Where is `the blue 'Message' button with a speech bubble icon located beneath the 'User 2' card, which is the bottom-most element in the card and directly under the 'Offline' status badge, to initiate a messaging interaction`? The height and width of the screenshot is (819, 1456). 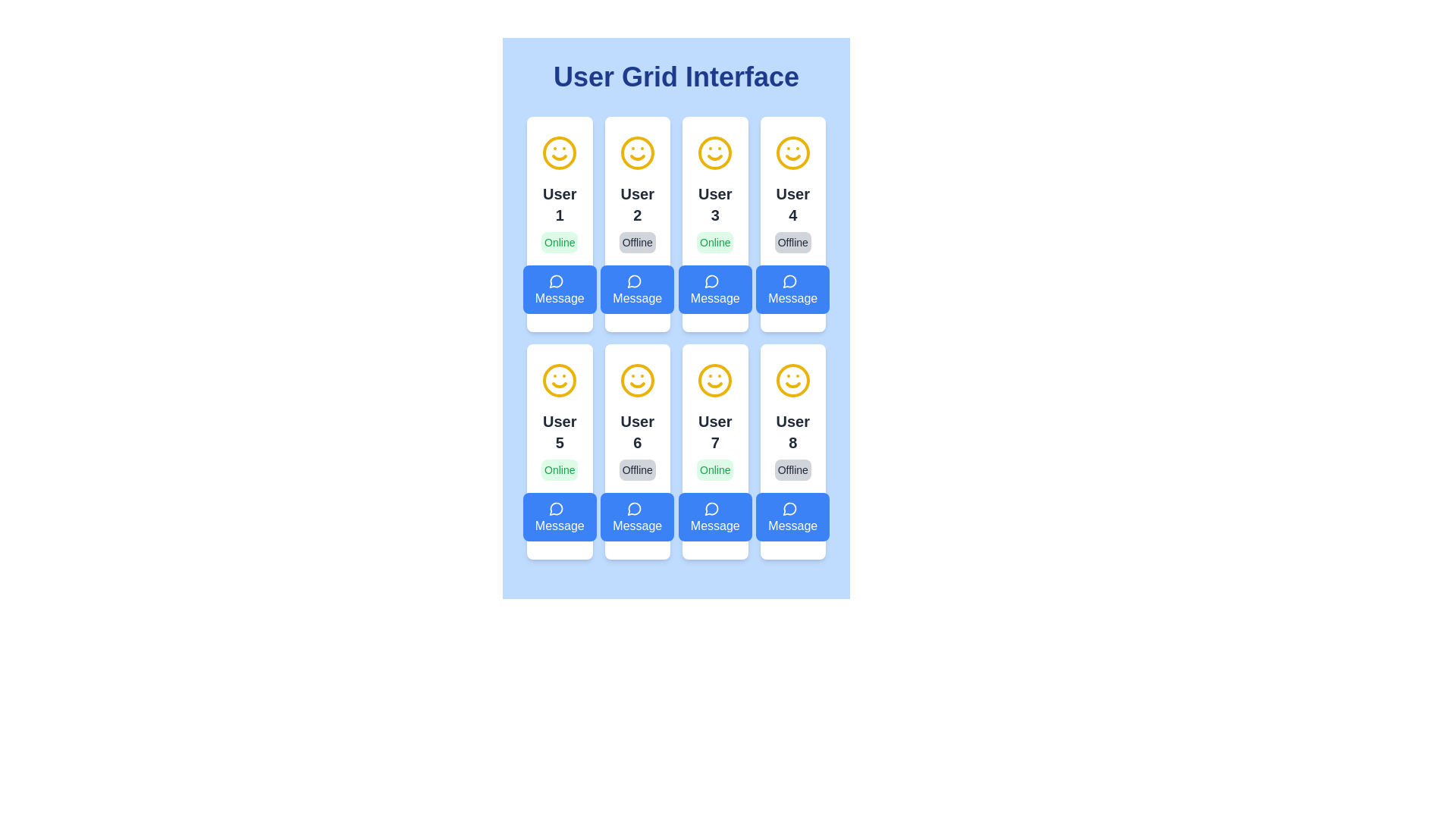 the blue 'Message' button with a speech bubble icon located beneath the 'User 2' card, which is the bottom-most element in the card and directly under the 'Offline' status badge, to initiate a messaging interaction is located at coordinates (637, 289).